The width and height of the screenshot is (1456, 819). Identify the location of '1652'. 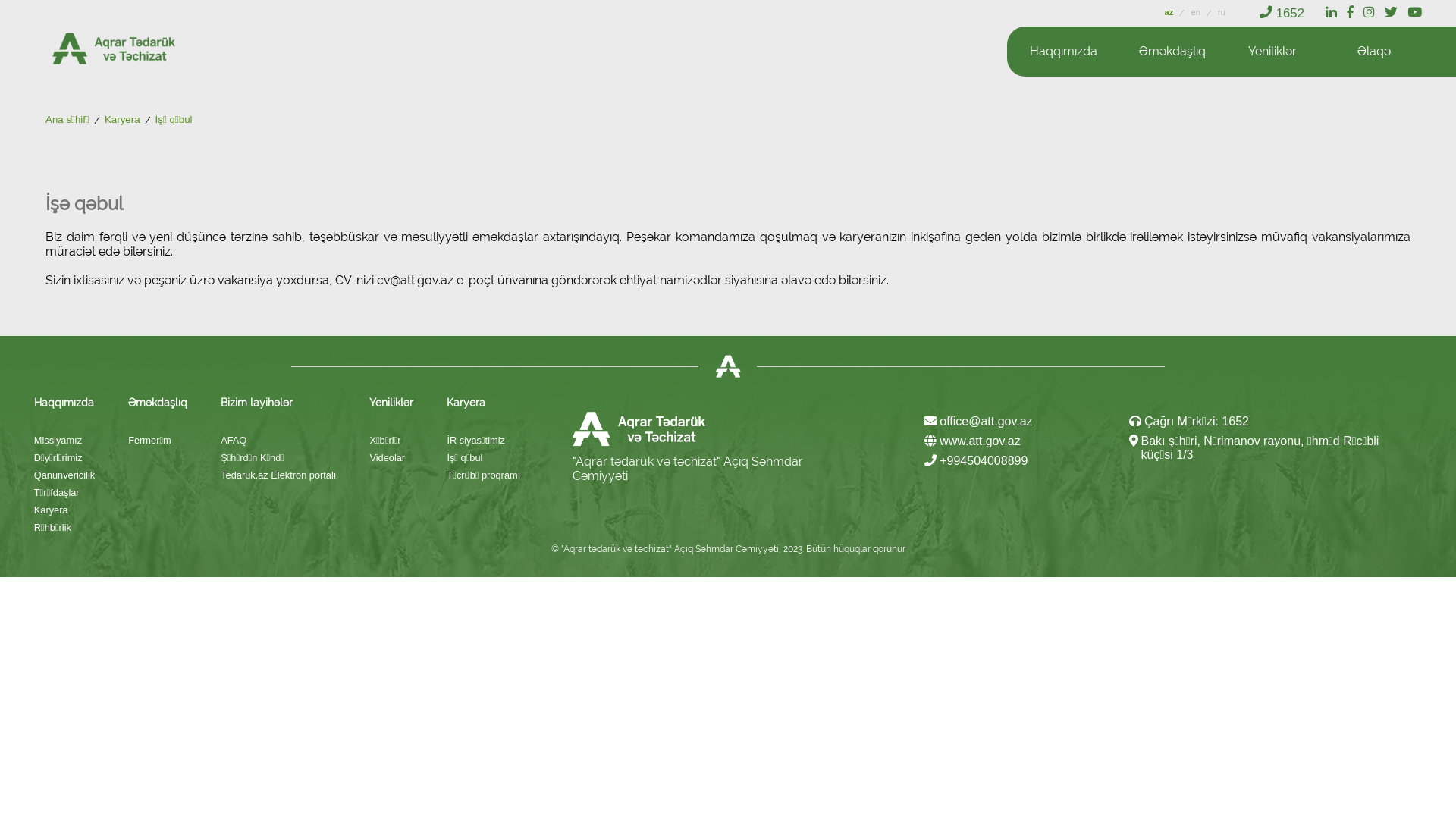
(1281, 13).